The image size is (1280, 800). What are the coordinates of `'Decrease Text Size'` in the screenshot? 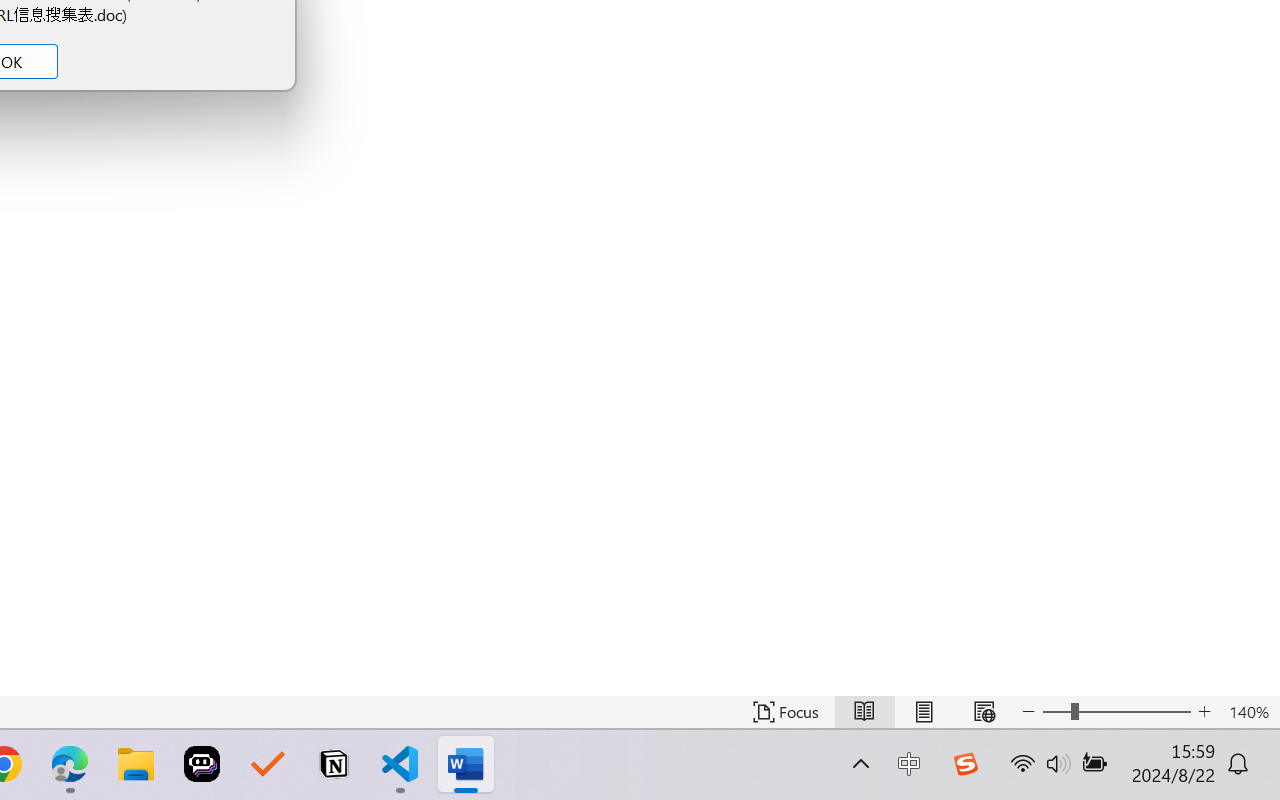 It's located at (1029, 711).